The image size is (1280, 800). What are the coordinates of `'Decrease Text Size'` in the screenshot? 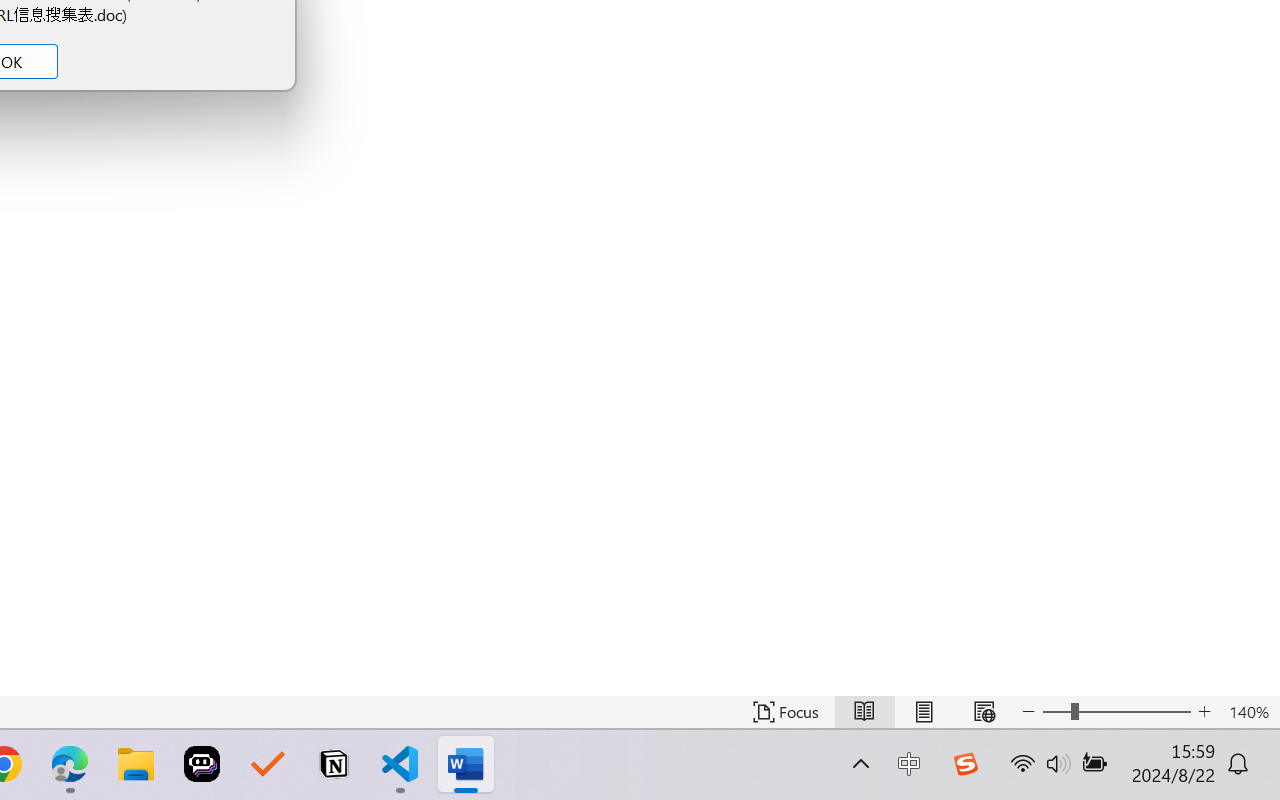 It's located at (1029, 711).